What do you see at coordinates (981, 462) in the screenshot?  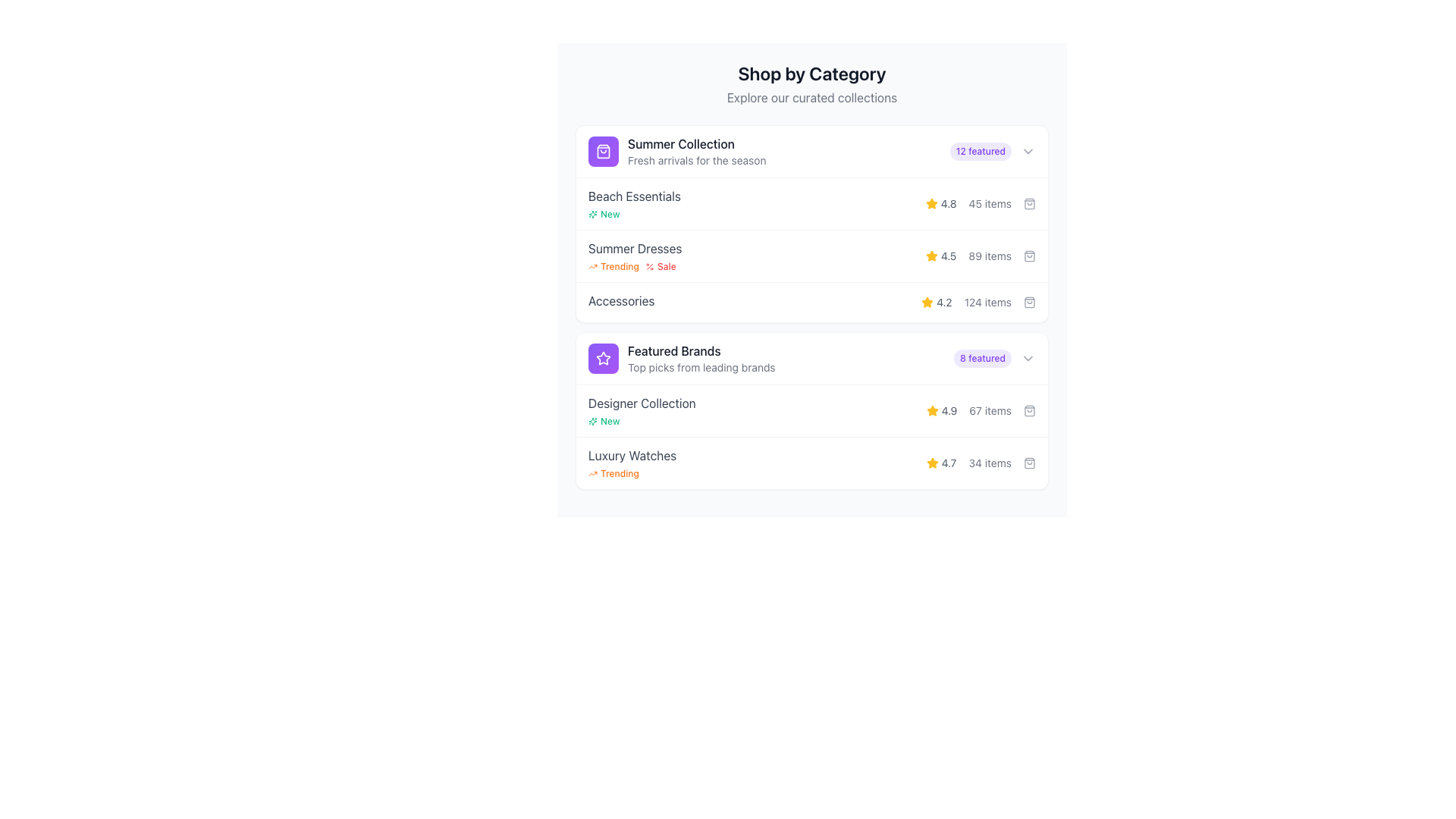 I see `the rating of 4.7 stars and the item count of 34, displayed with an orange and yellow star icon and a shopping bag icon, located on the right side of the 'Luxury Watches' section` at bounding box center [981, 462].